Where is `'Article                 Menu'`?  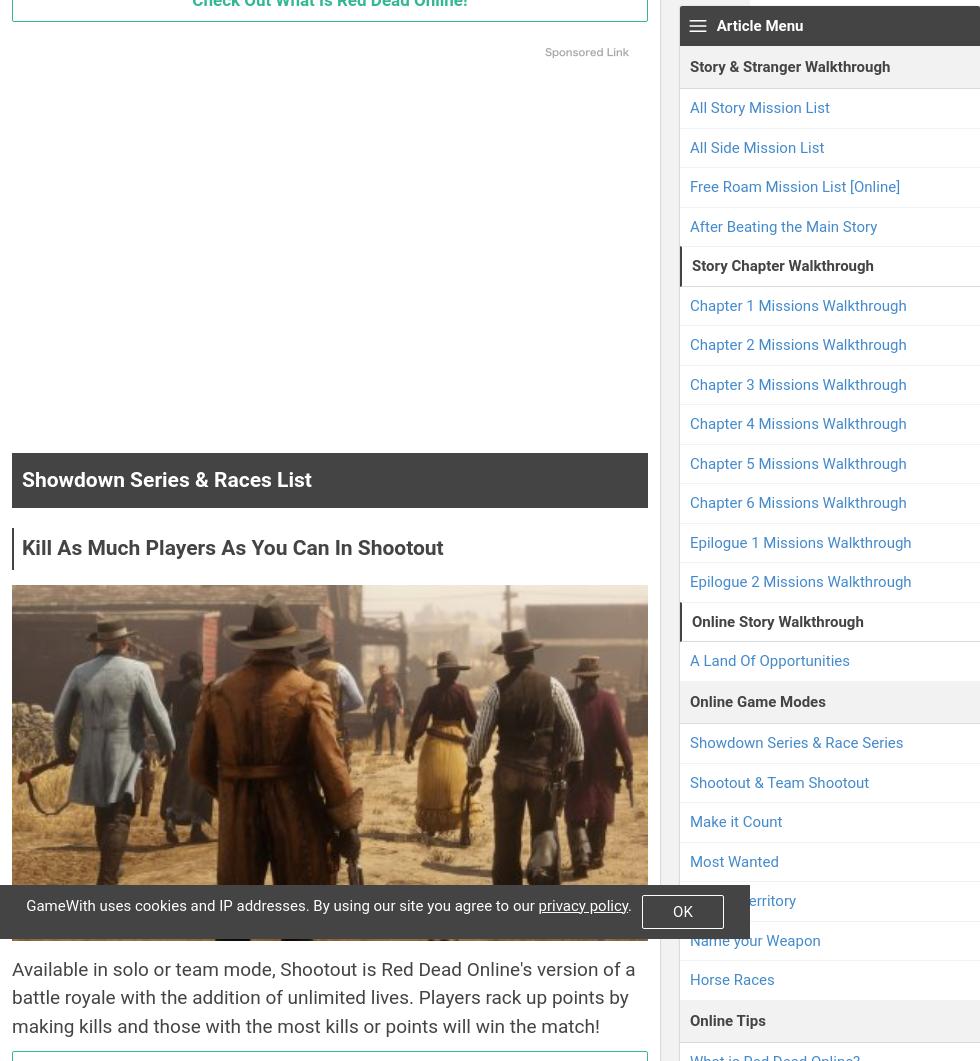 'Article                 Menu' is located at coordinates (759, 25).